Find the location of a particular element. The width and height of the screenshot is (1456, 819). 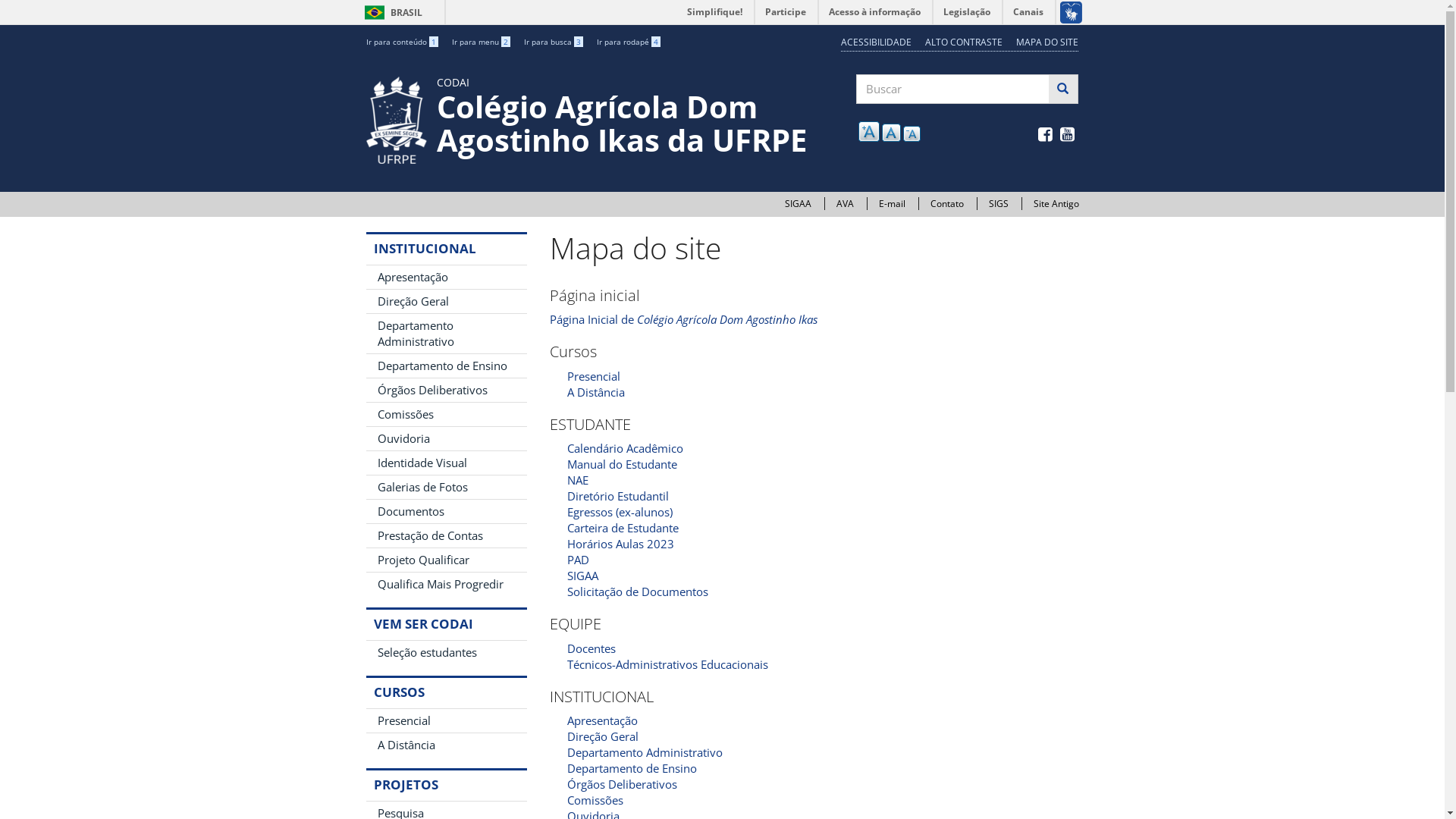

'MAPA DO SITE' is located at coordinates (1046, 41).